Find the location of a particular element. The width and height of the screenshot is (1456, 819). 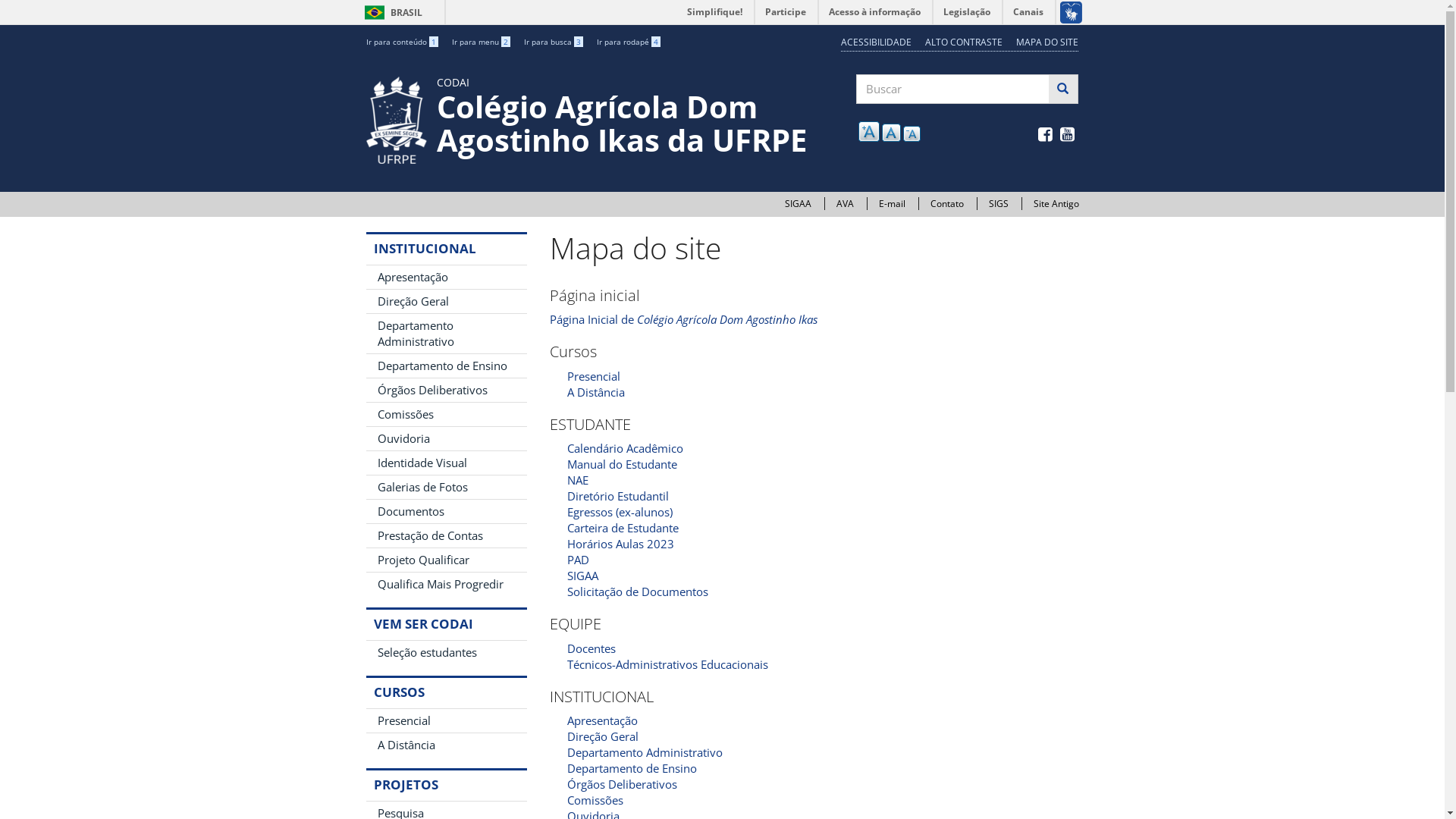

'MAPA DO SITE' is located at coordinates (1046, 41).